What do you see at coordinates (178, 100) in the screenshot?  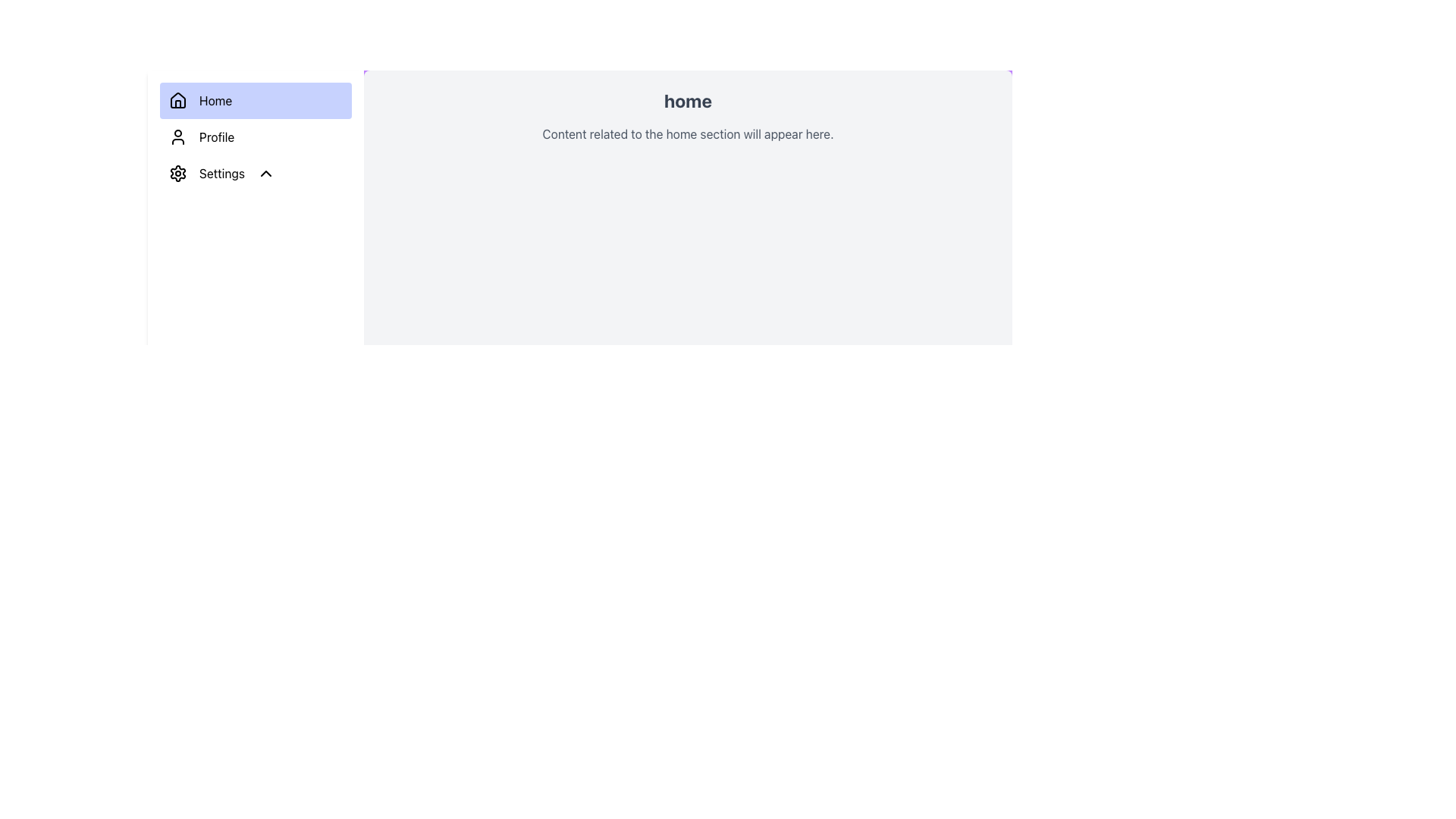 I see `the 'Home' icon located at the top of the sidebar, which is the first entry in the sidebar group and has a light purple background` at bounding box center [178, 100].